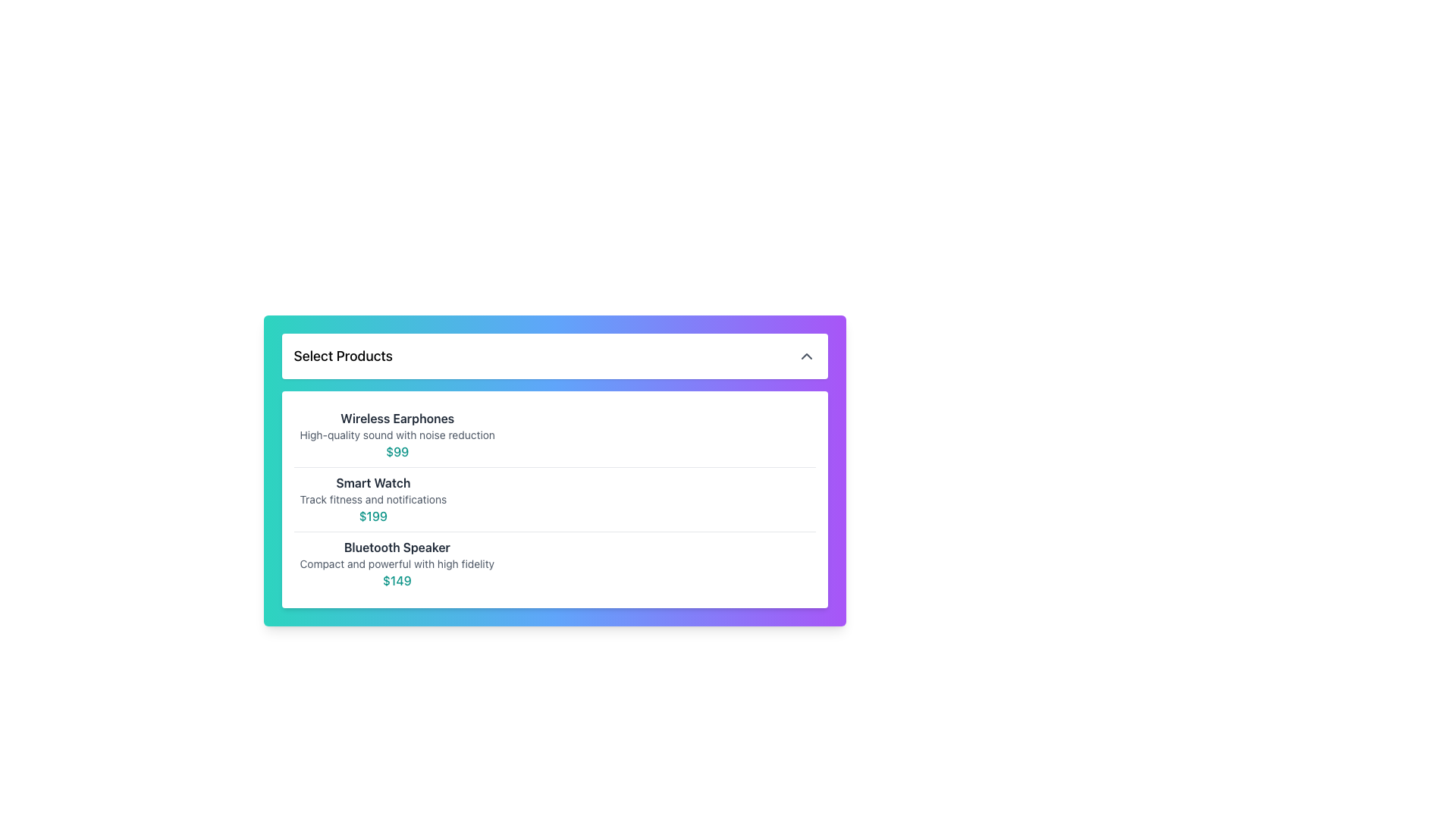 Image resolution: width=1456 pixels, height=819 pixels. What do you see at coordinates (373, 500) in the screenshot?
I see `the Text Display element which contains the title 'Smart Watch', subtitle 'Track fitness and notifications', and price '$199'. This element is the second item in the list, positioned below 'Wireless Earphones' and above 'Bluetooth Speaker'` at bounding box center [373, 500].